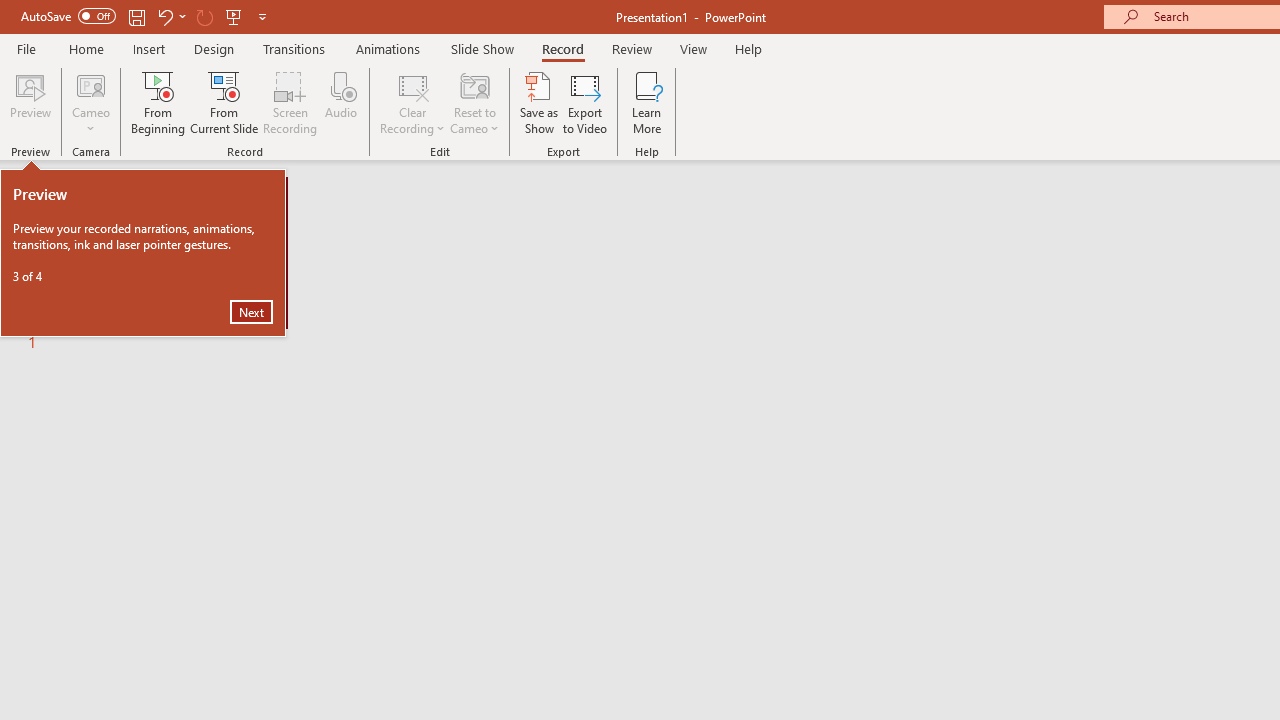 Image resolution: width=1280 pixels, height=720 pixels. What do you see at coordinates (647, 103) in the screenshot?
I see `'Learn More'` at bounding box center [647, 103].